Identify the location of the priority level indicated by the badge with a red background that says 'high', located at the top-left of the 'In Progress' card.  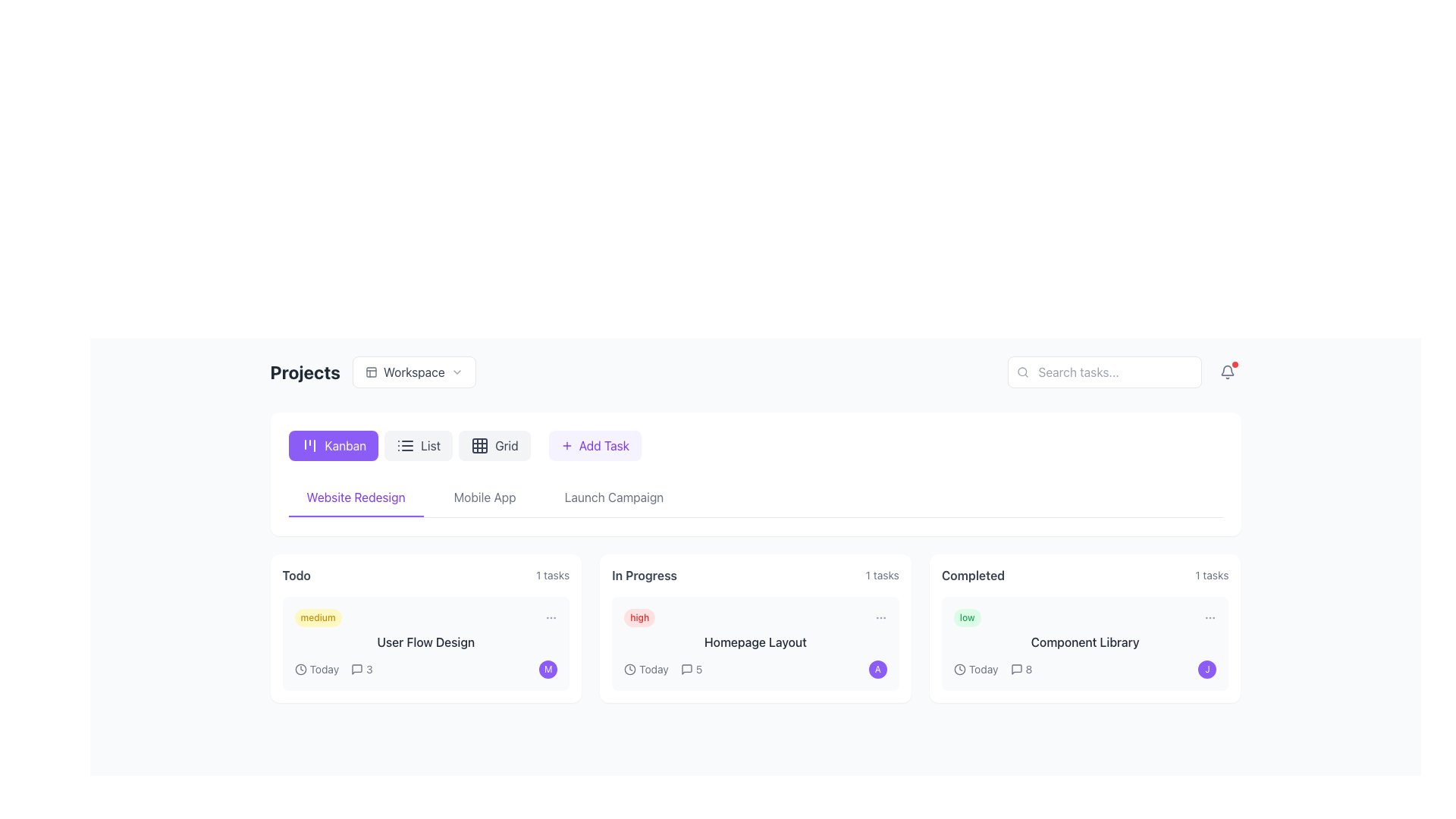
(755, 617).